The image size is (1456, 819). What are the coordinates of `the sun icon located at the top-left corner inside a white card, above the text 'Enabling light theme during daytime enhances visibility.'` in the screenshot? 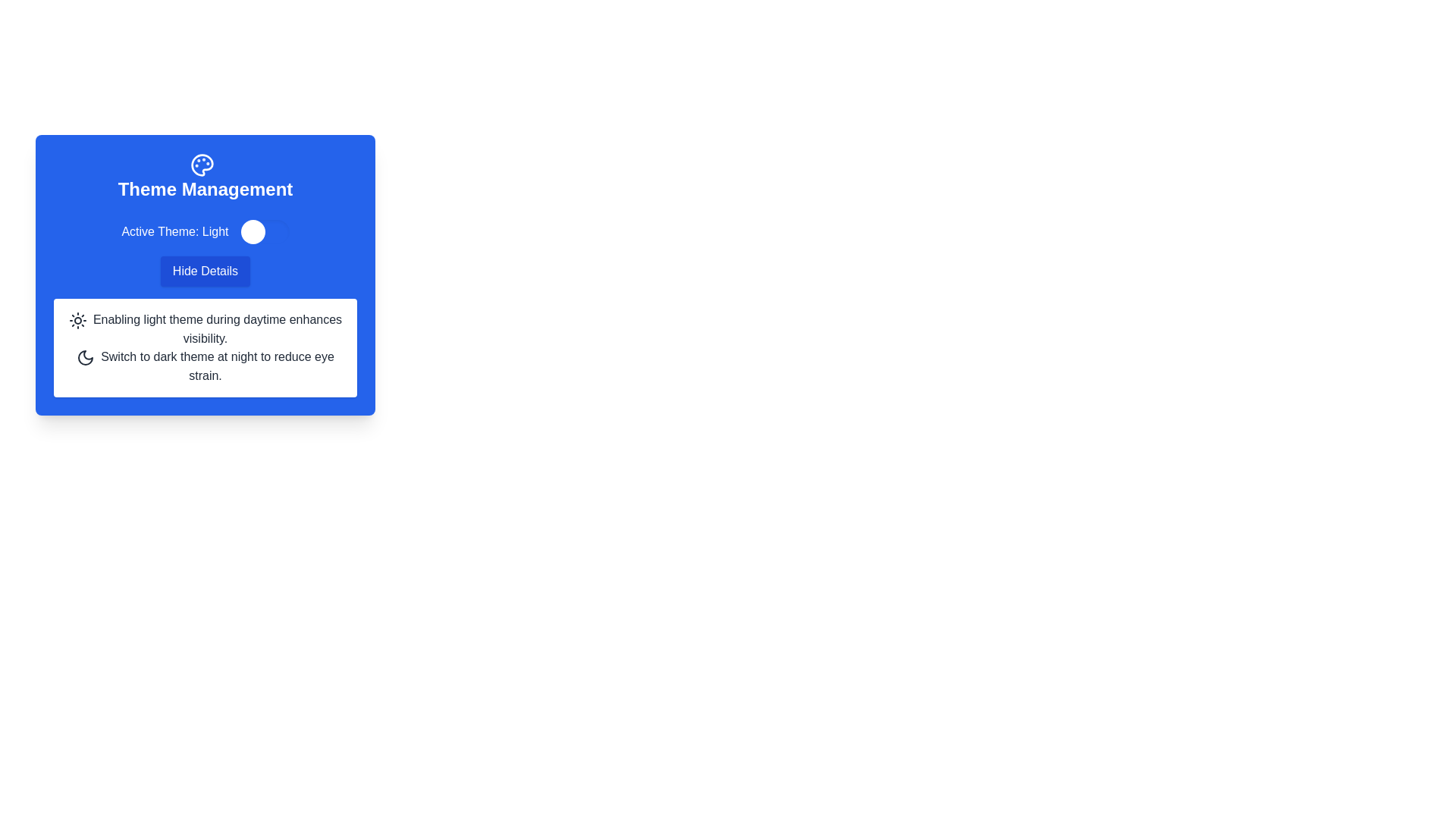 It's located at (77, 319).